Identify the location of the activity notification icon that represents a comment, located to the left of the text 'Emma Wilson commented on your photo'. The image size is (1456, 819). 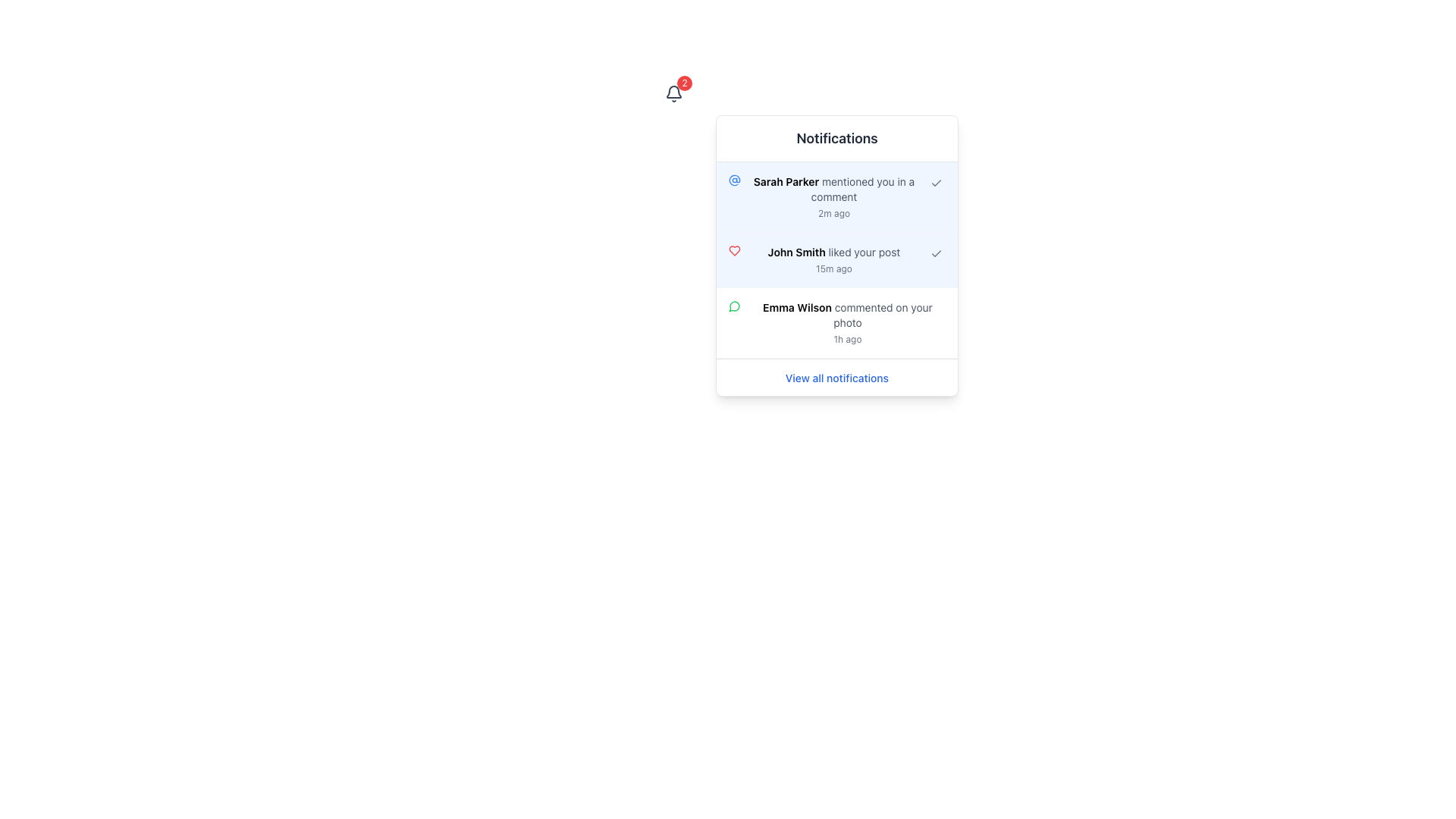
(735, 306).